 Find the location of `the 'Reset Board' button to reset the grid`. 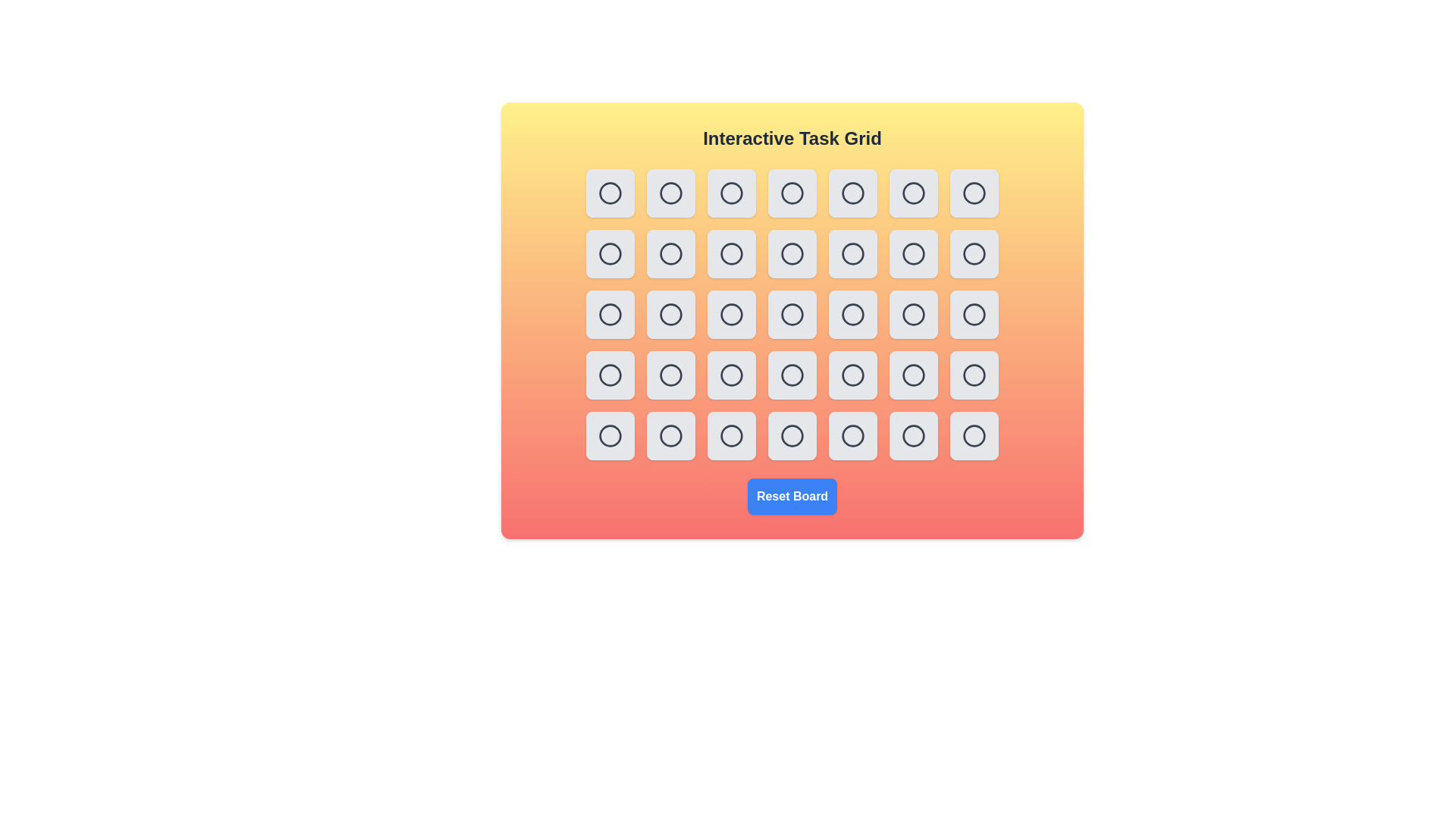

the 'Reset Board' button to reset the grid is located at coordinates (792, 497).